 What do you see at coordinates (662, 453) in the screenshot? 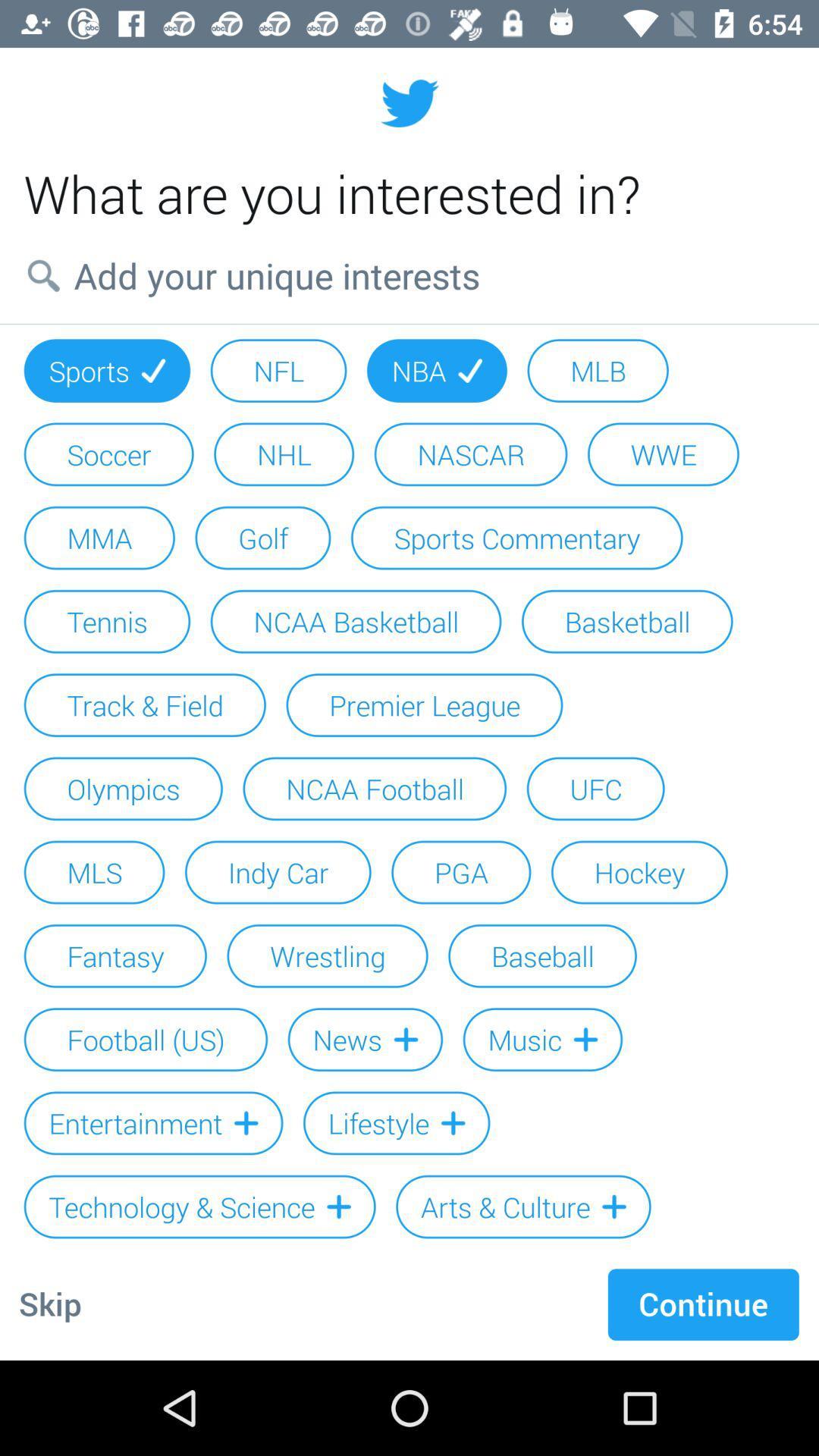
I see `wwe` at bounding box center [662, 453].